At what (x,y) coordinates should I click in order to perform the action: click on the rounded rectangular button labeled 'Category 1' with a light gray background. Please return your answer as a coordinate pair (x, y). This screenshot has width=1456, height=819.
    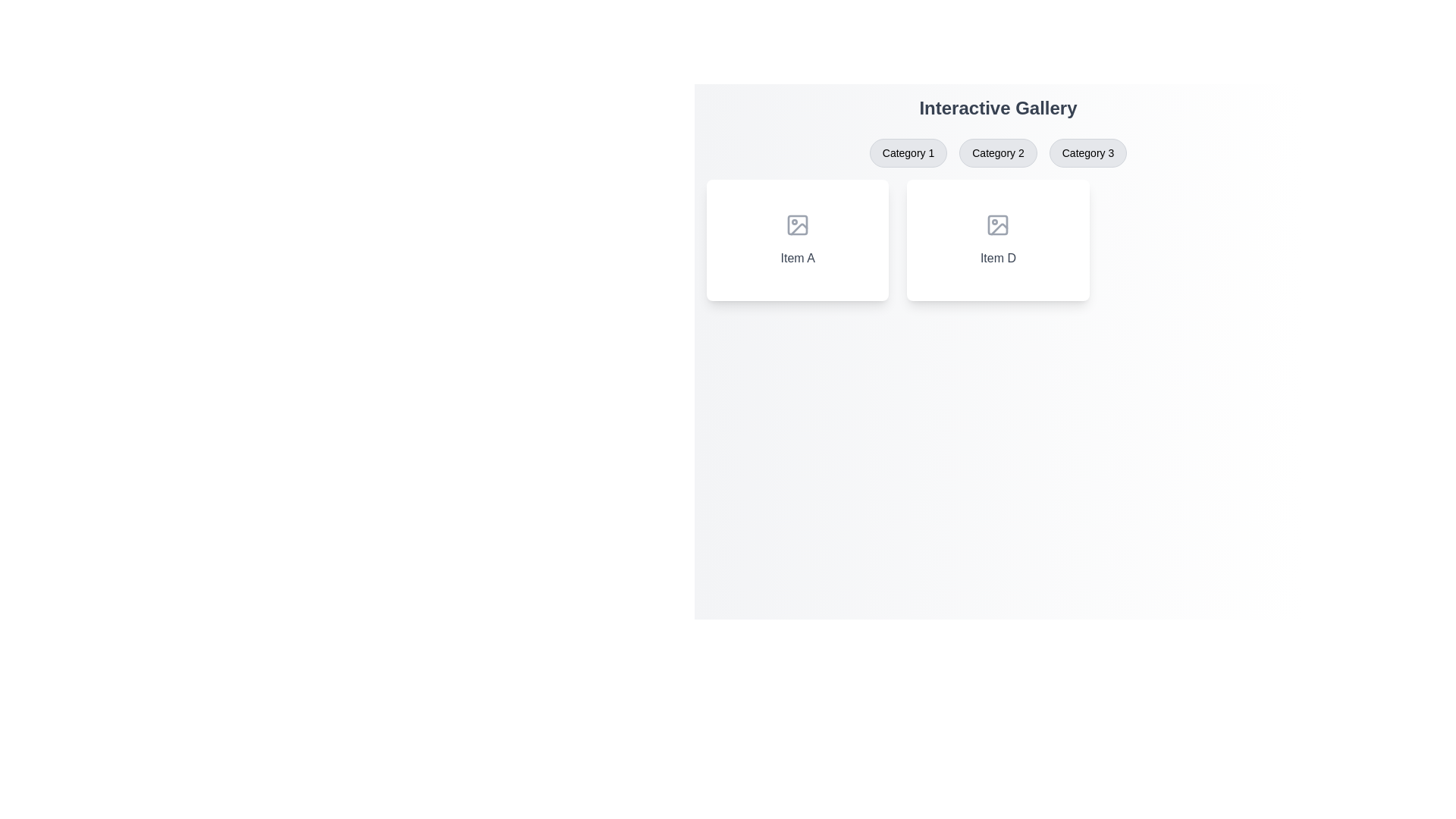
    Looking at the image, I should click on (908, 152).